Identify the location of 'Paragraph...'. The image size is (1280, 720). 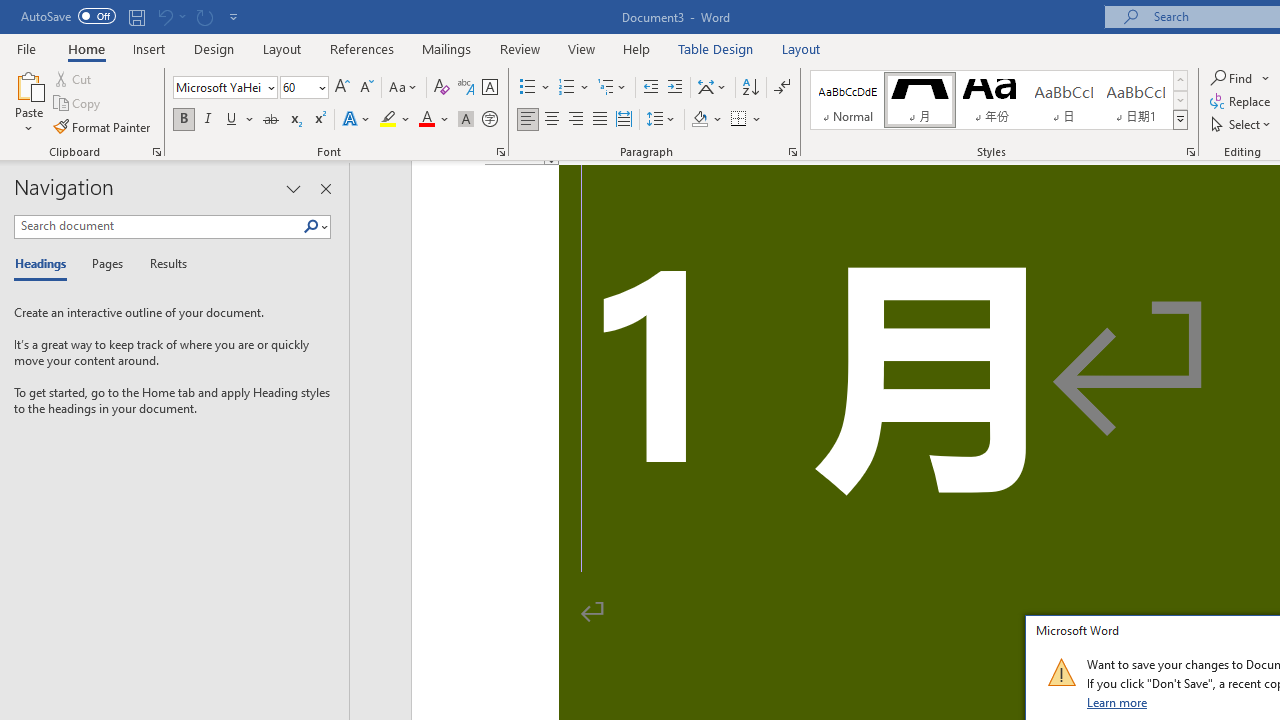
(791, 150).